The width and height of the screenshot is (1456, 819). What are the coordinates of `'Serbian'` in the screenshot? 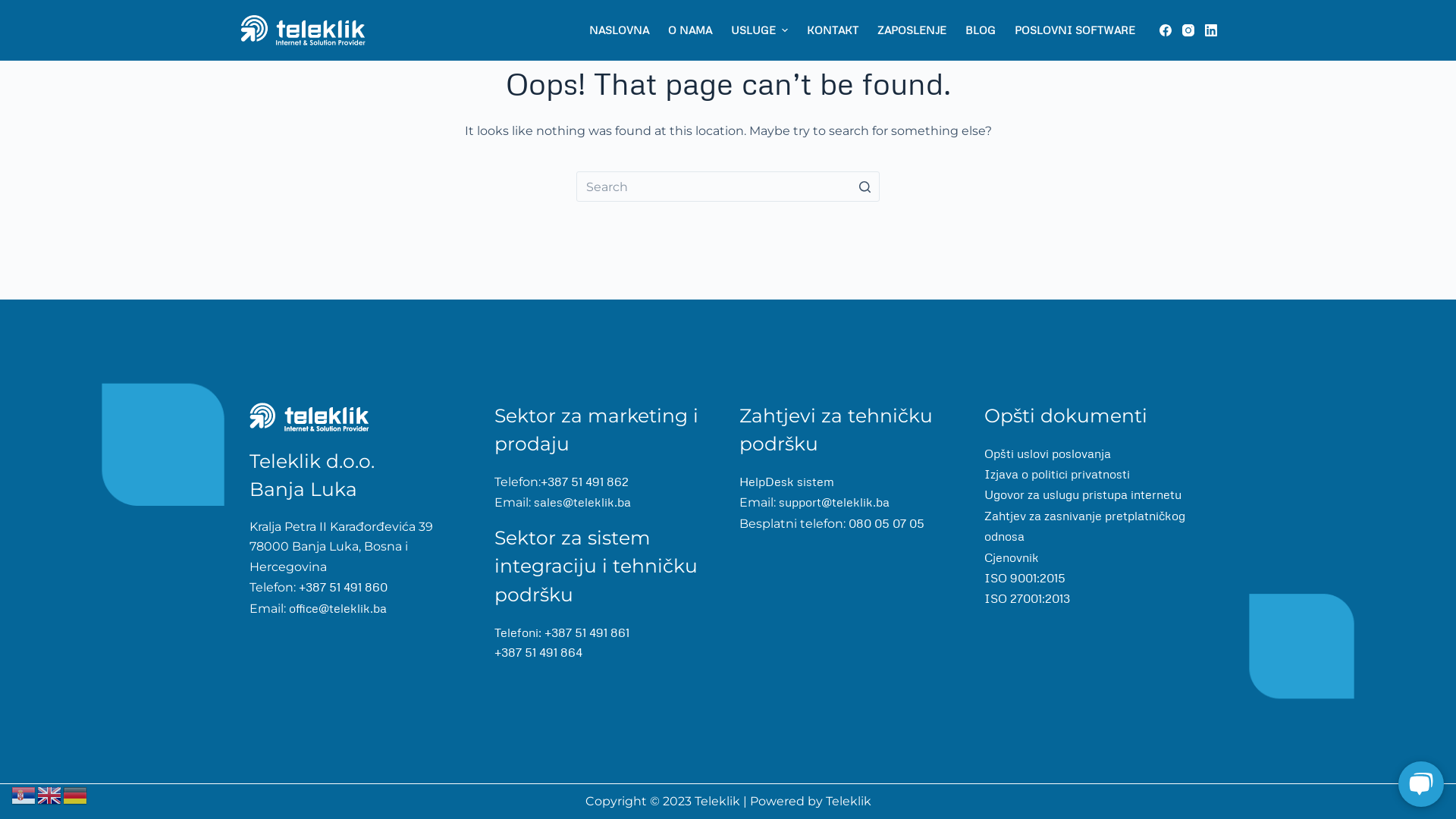 It's located at (11, 792).